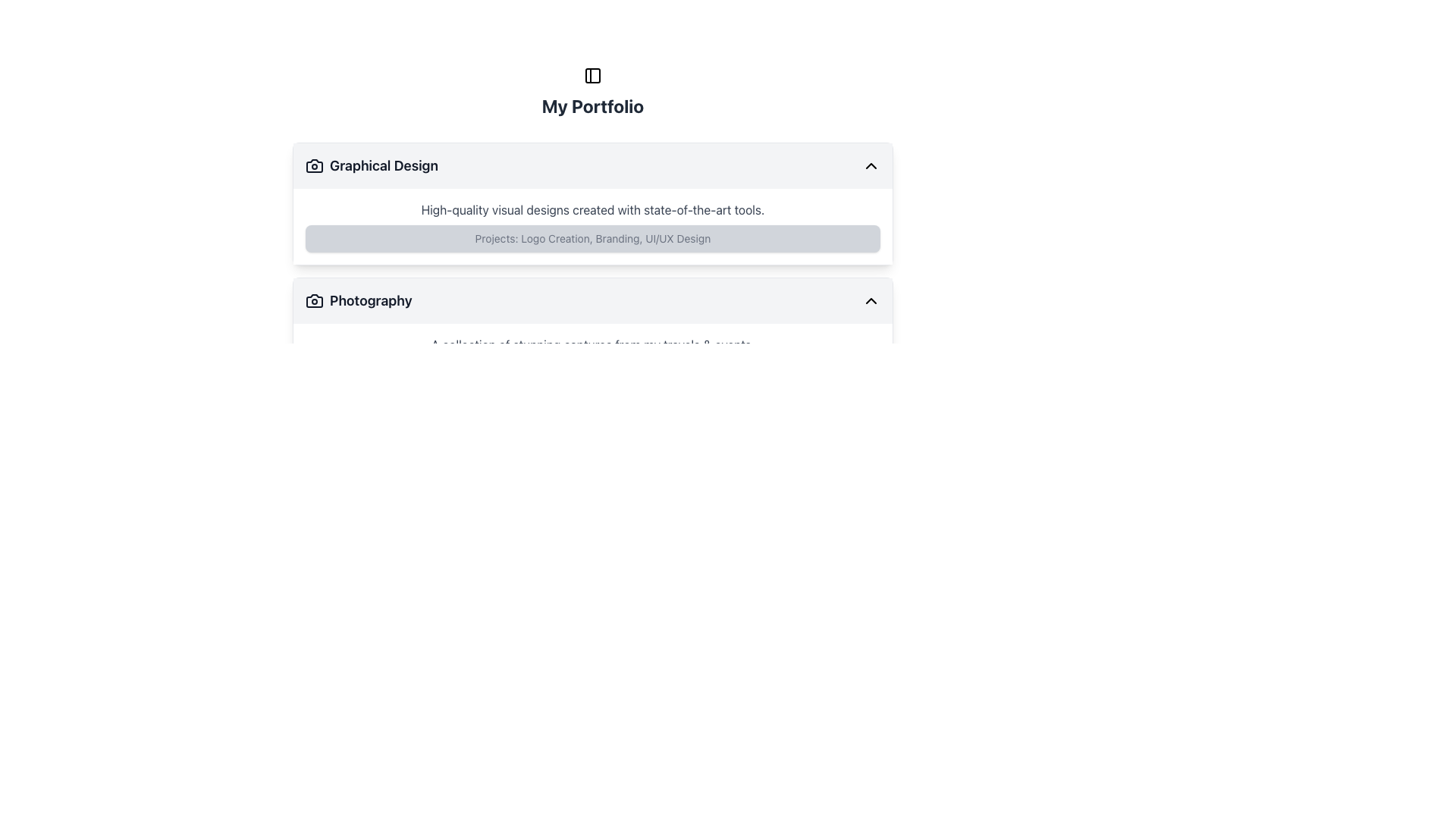  Describe the element at coordinates (592, 105) in the screenshot. I see `the 'My Portfolio' header text label, which is bold and dark gray, positioned prominently at the top of the section` at that location.